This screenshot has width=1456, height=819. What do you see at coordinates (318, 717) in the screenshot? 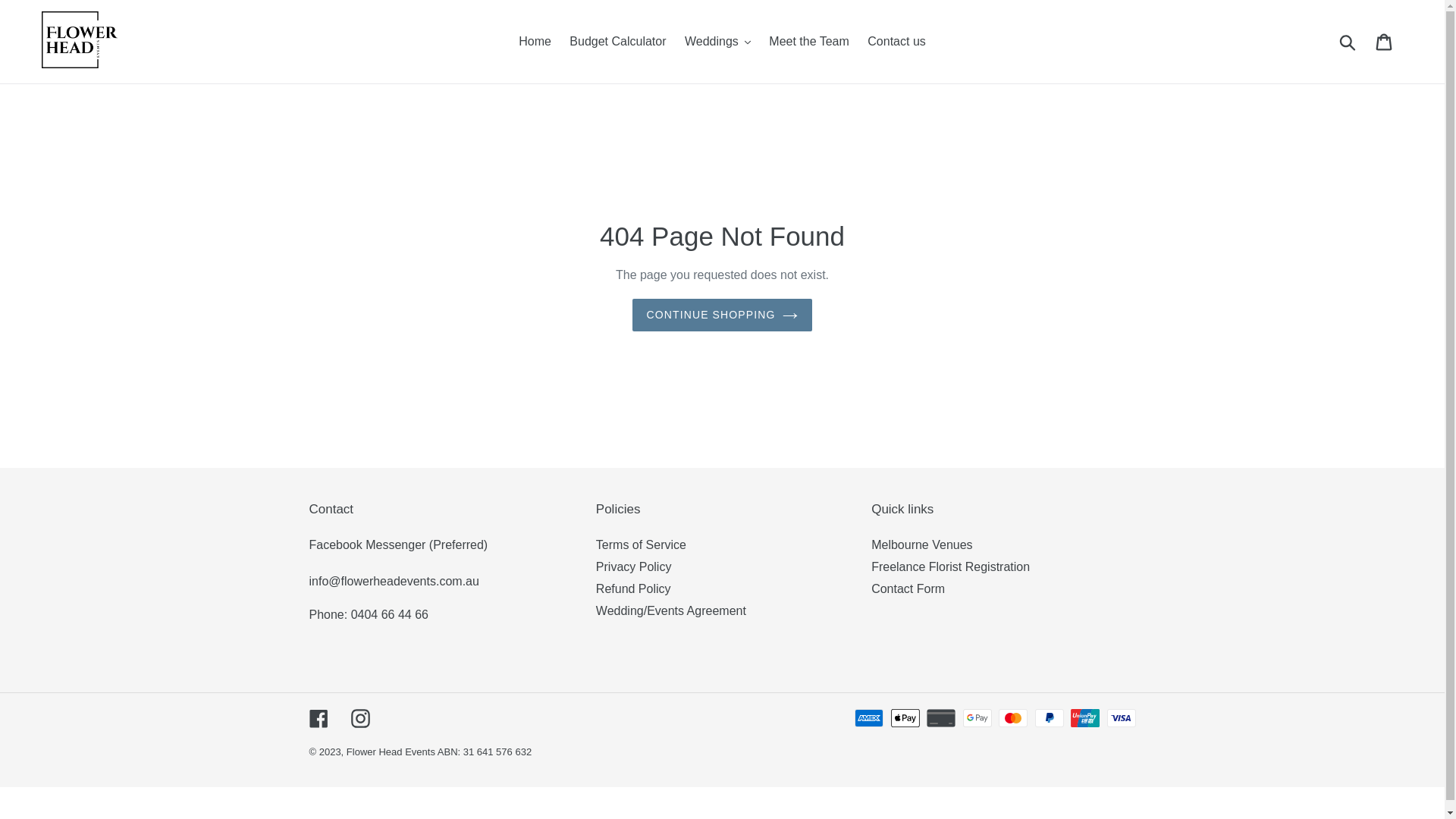
I see `'Facebook'` at bounding box center [318, 717].